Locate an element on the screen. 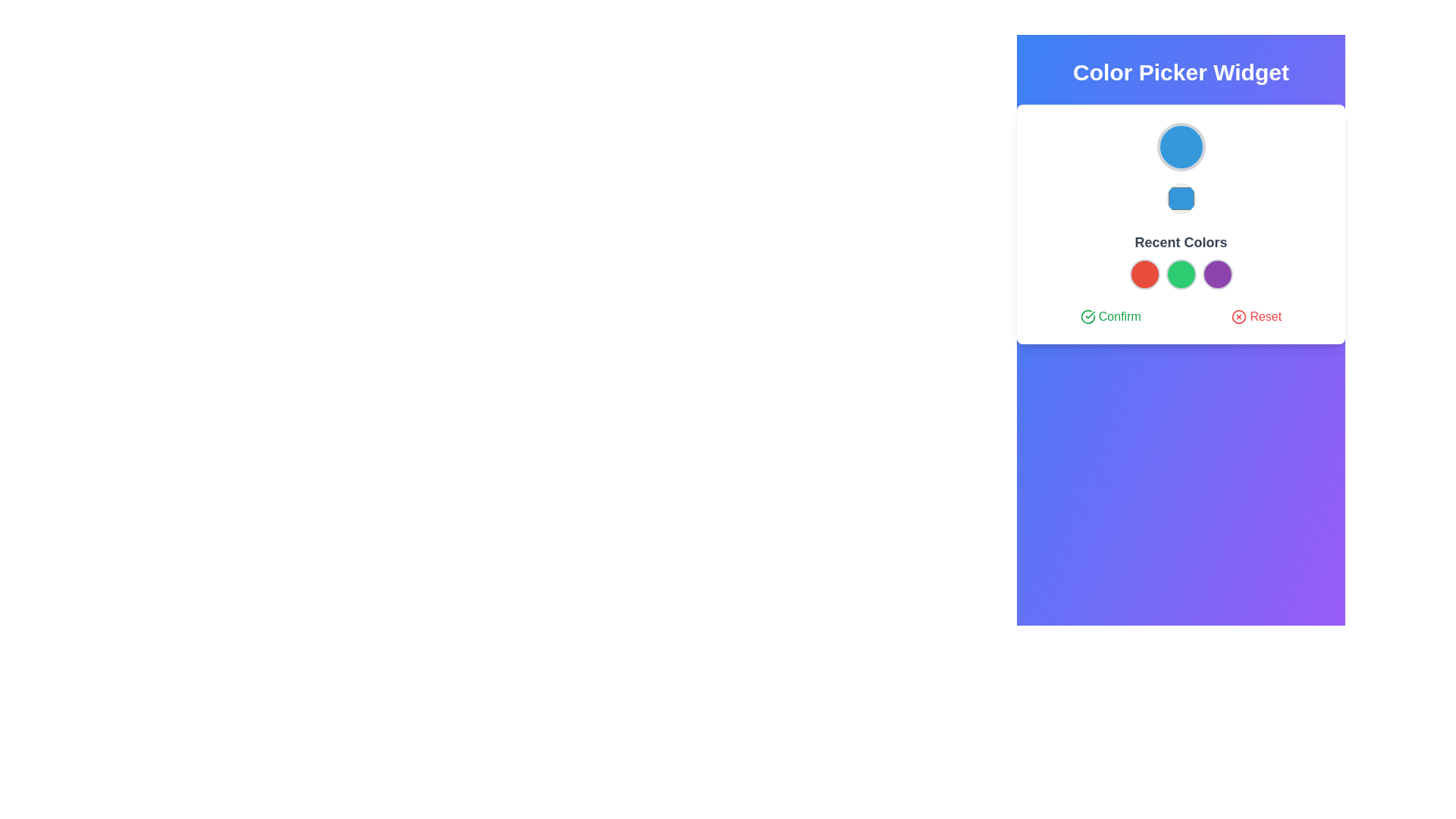 This screenshot has height=819, width=1456. the confirmation icon located in the lower left quadrant of the widget, adjacent to the 'Confirm' text, to indicate success or approval is located at coordinates (1087, 315).